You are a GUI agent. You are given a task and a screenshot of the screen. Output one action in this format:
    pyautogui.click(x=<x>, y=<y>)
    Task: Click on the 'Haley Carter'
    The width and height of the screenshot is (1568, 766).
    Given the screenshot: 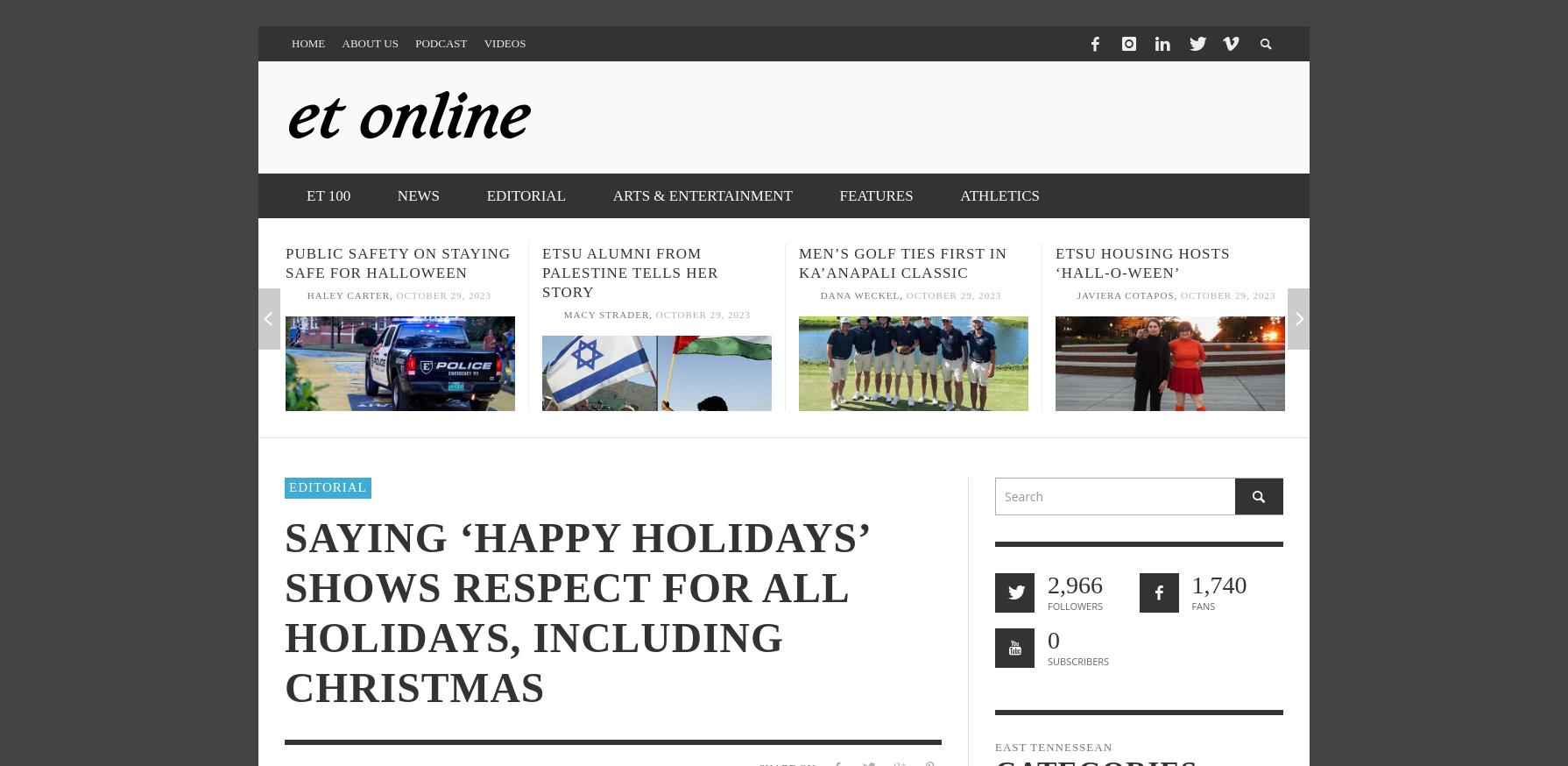 What is the action you would take?
    pyautogui.click(x=348, y=294)
    